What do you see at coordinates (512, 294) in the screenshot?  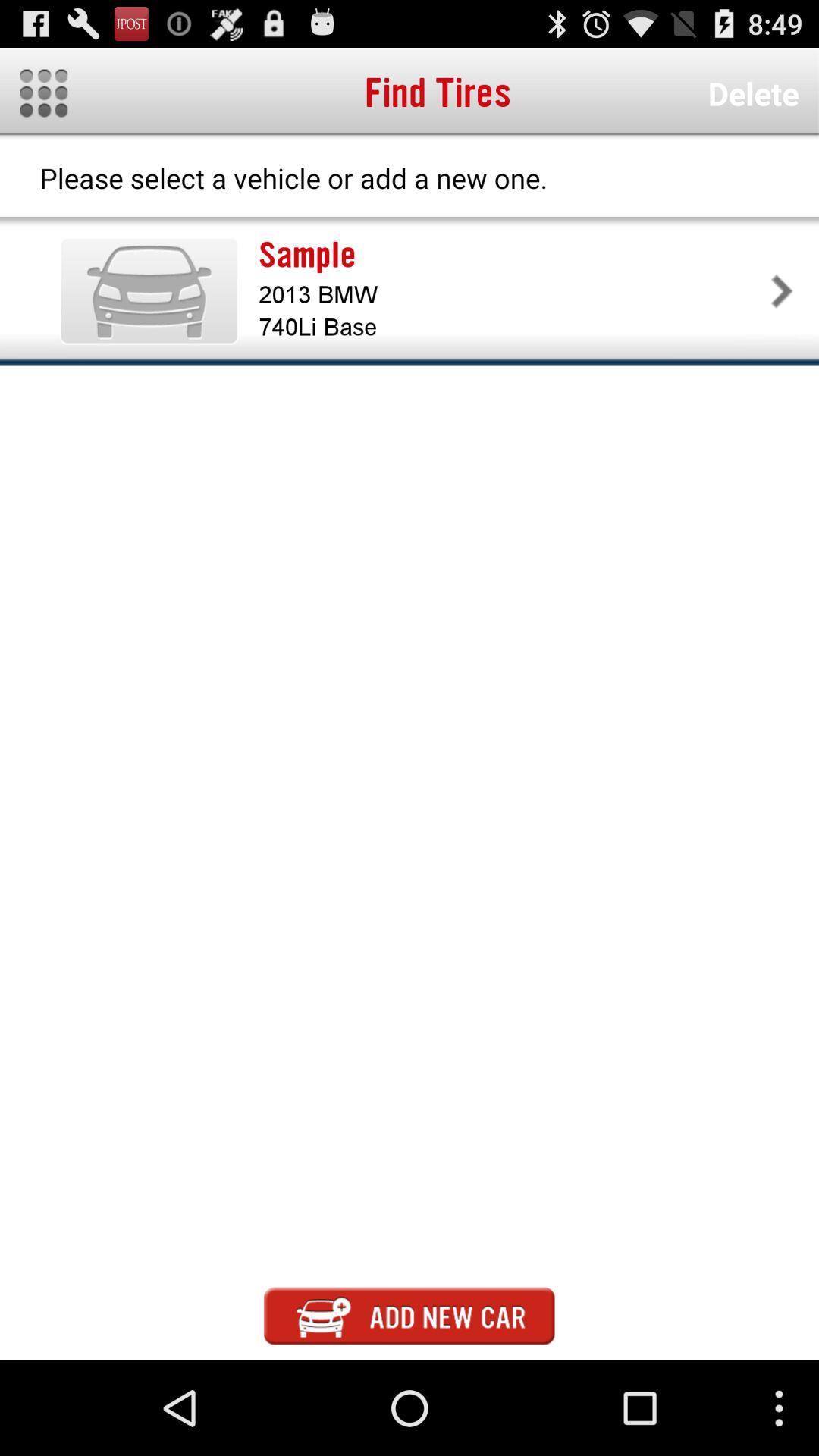 I see `the 2013 bmw` at bounding box center [512, 294].